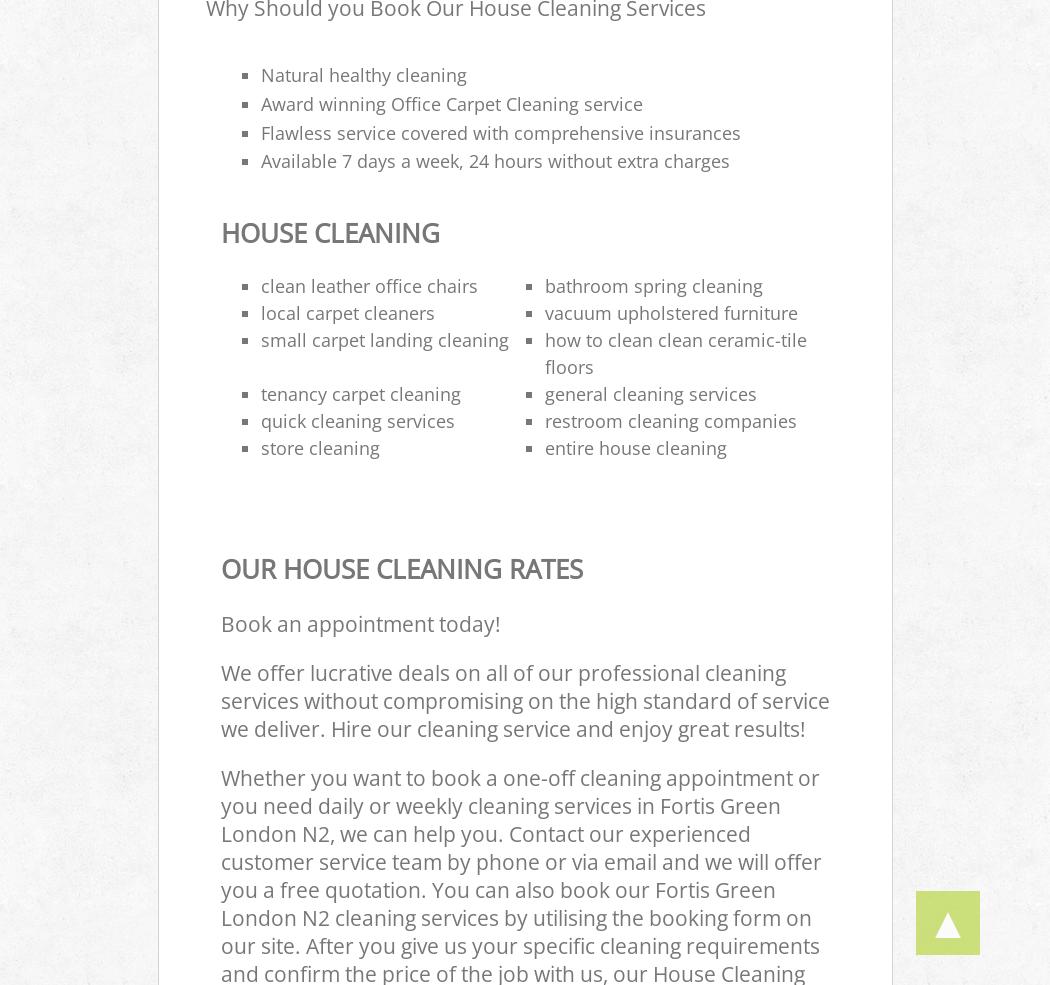 The height and width of the screenshot is (985, 1050). Describe the element at coordinates (499, 131) in the screenshot. I see `'Flawless service covered with comprehensive insurances'` at that location.